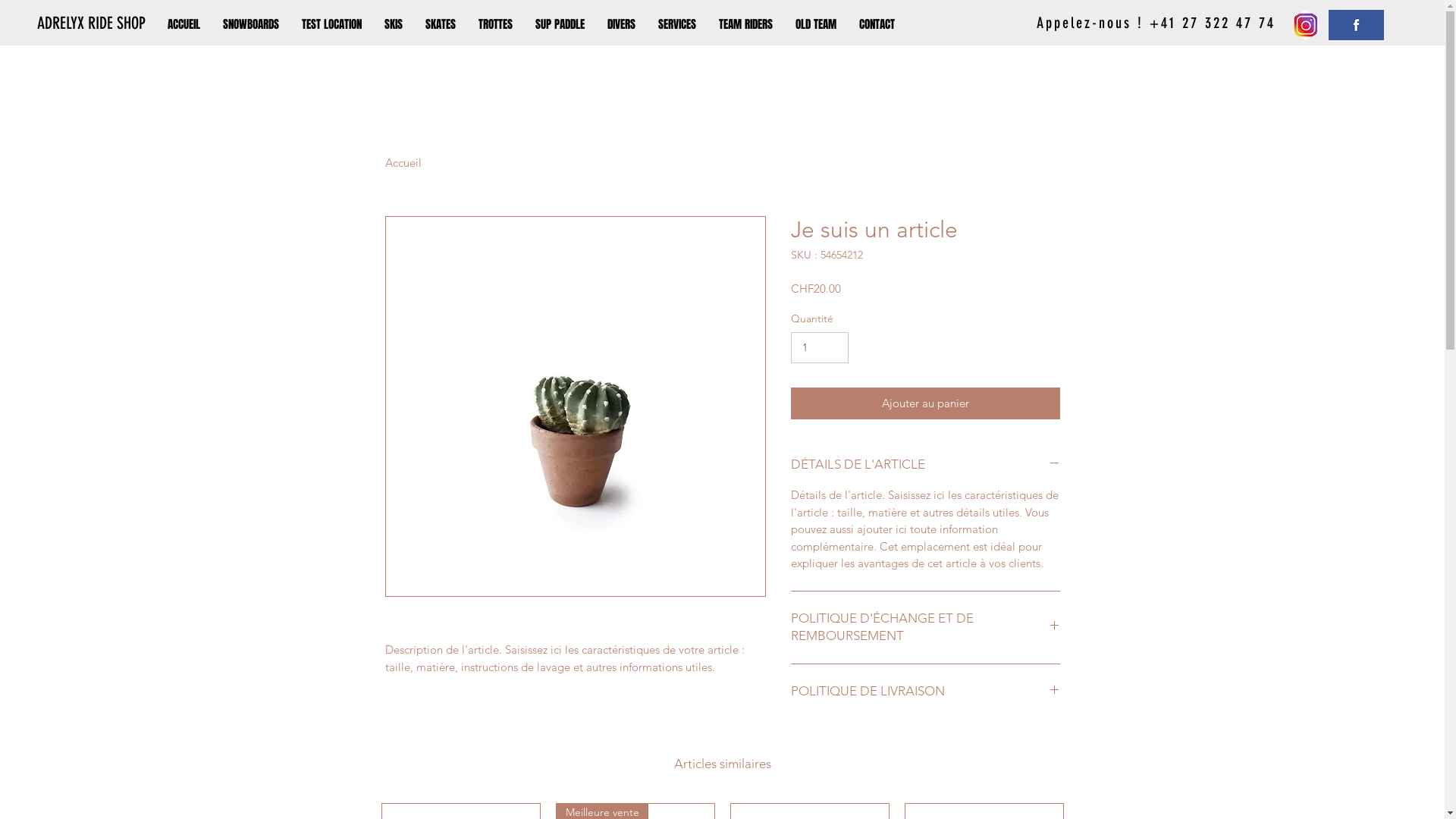 The width and height of the screenshot is (1456, 819). I want to click on 'SUP PADDLE', so click(559, 24).